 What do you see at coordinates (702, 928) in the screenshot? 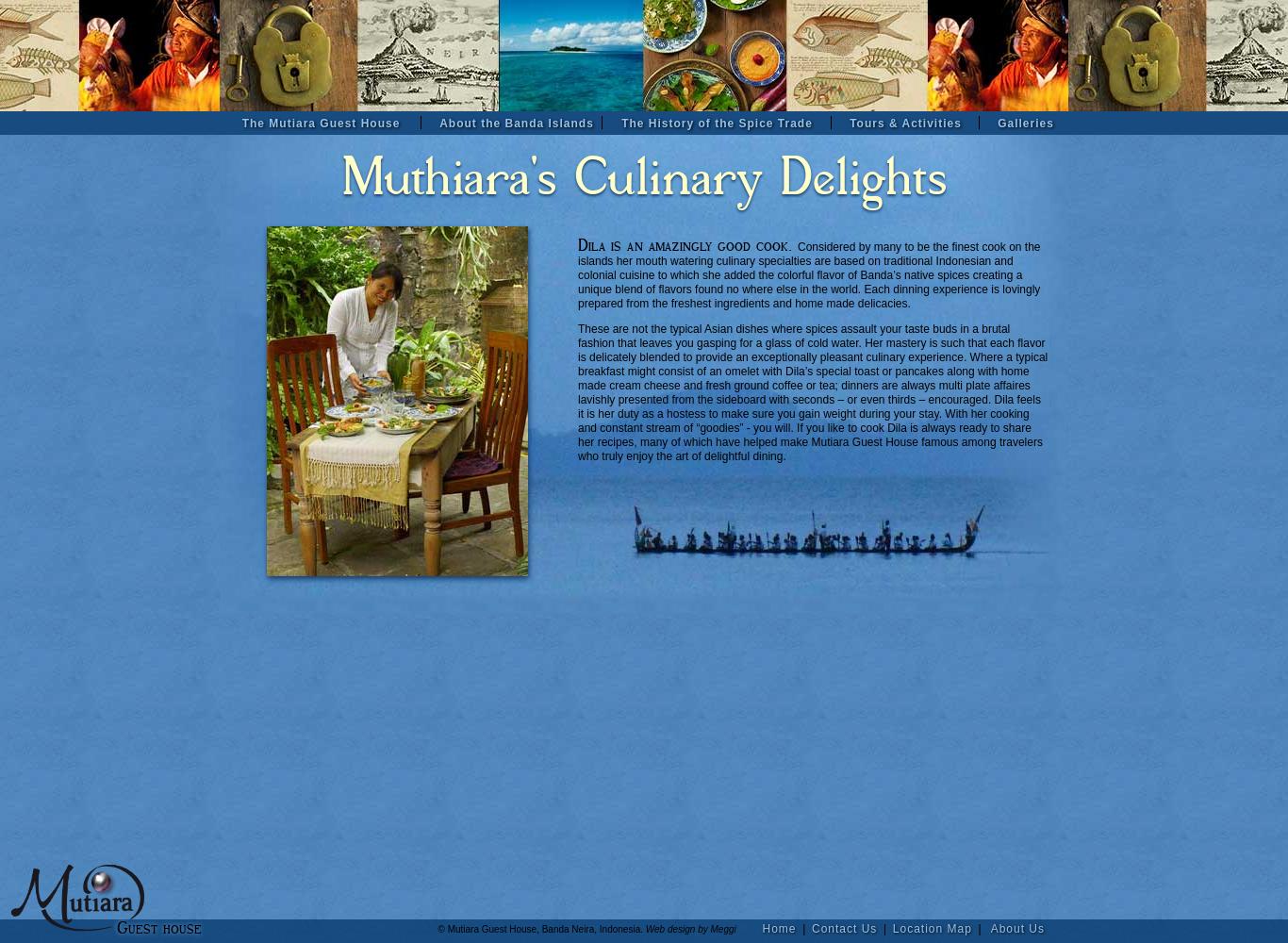
I see `'Web design by Meggi'` at bounding box center [702, 928].